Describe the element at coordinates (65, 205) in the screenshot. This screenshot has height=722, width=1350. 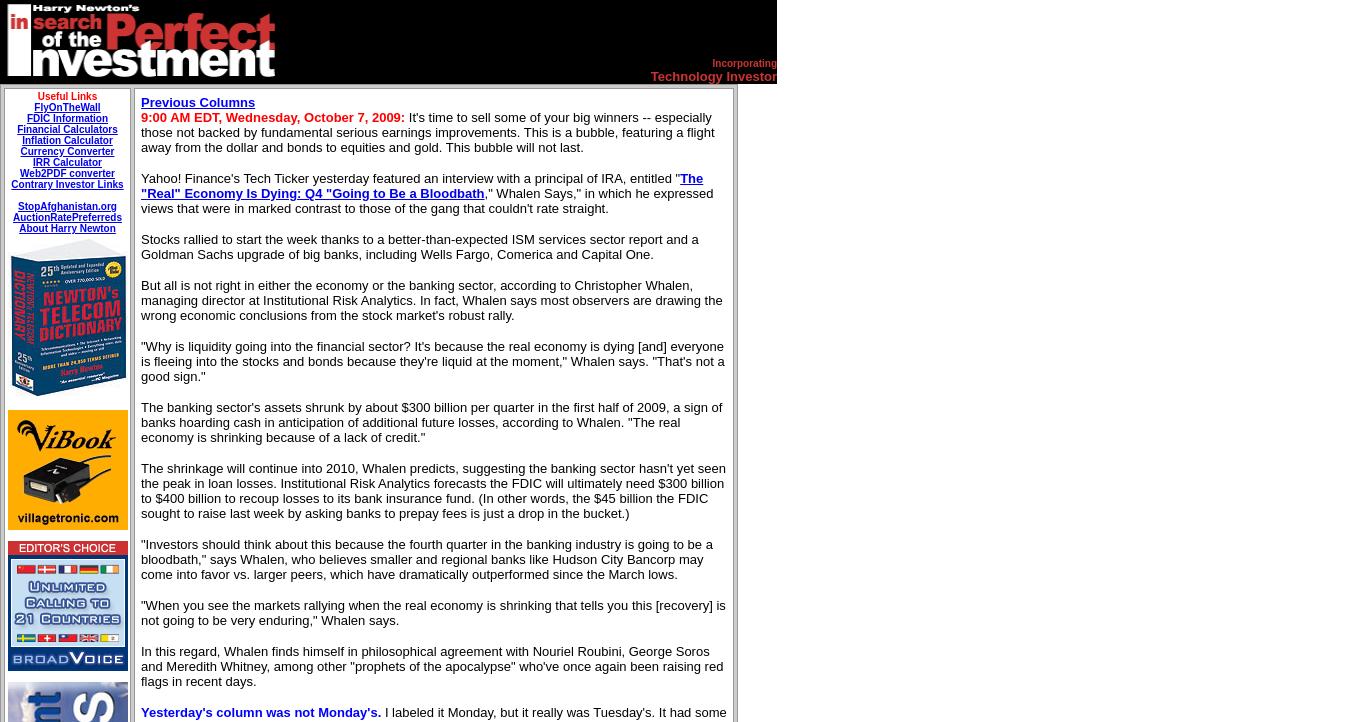
I see `'StopAfghanistan.org'` at that location.